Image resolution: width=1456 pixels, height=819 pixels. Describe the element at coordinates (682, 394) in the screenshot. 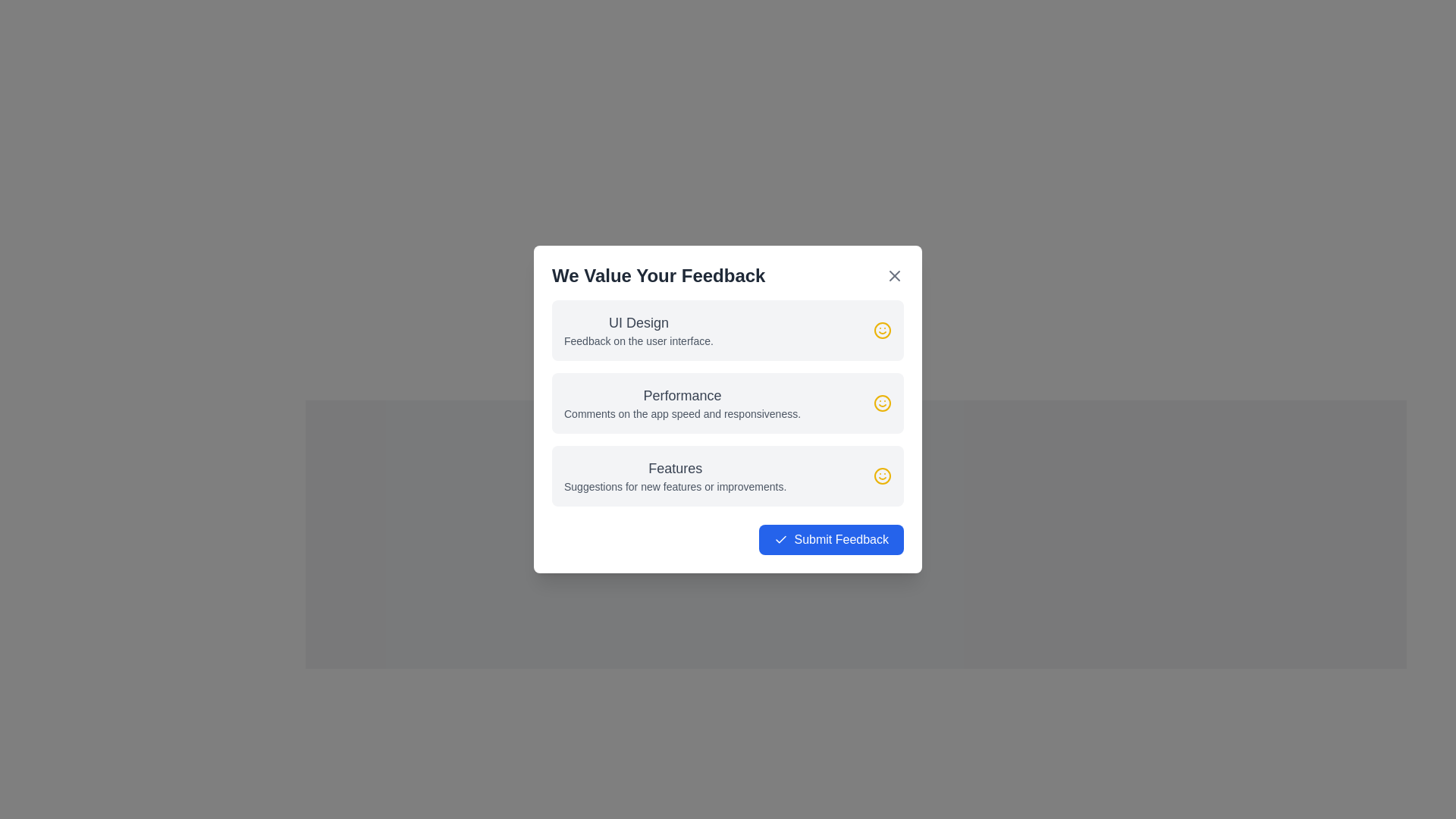

I see `the 'Performance' text label, which is displayed in a larger and bold font, dark gray color, and is located above the explanatory text in the feedback interface card` at that location.